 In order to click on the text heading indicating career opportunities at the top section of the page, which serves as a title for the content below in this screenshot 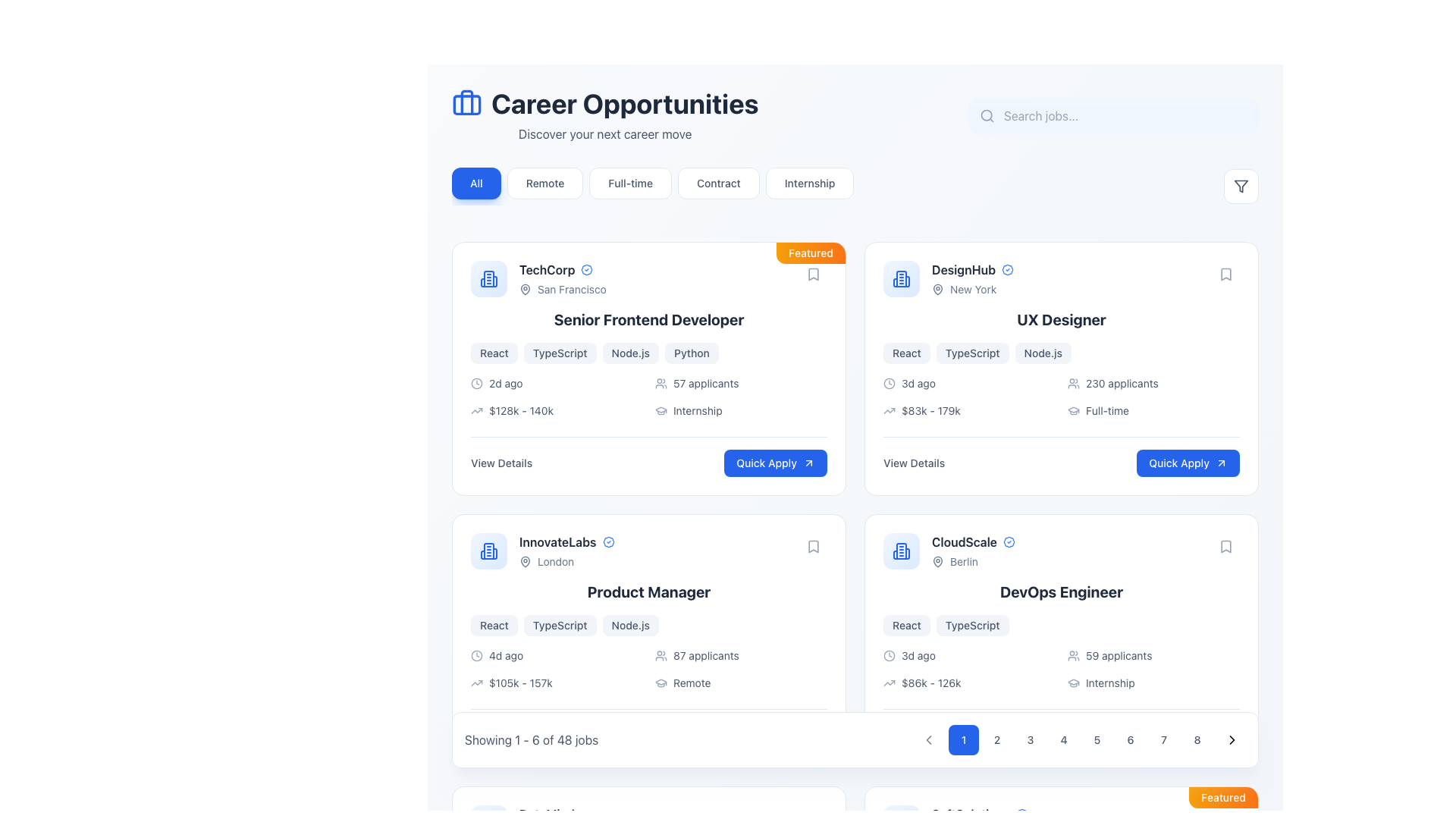, I will do `click(604, 103)`.